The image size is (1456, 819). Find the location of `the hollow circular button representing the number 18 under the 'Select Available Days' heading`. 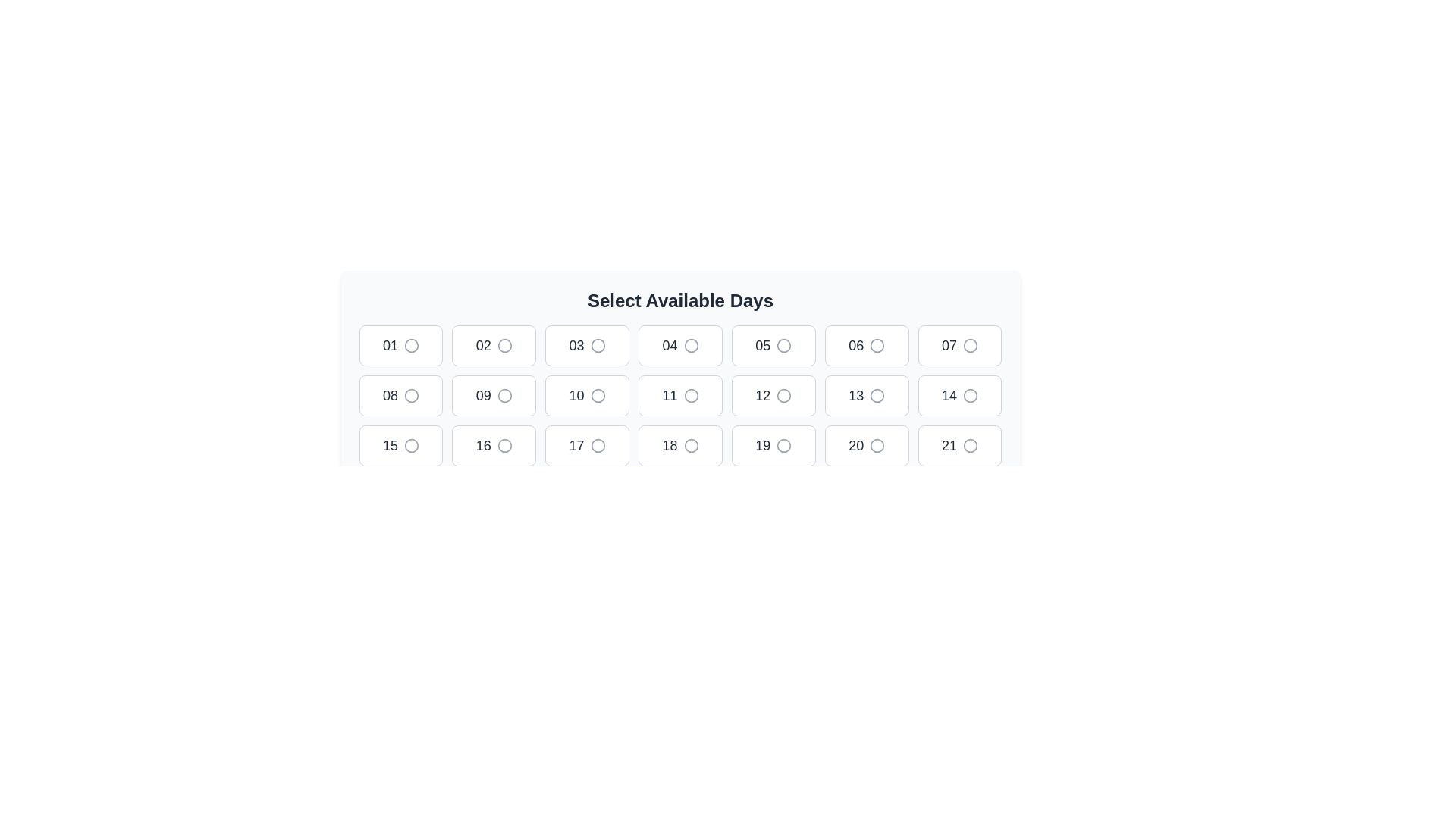

the hollow circular button representing the number 18 under the 'Select Available Days' heading is located at coordinates (690, 444).